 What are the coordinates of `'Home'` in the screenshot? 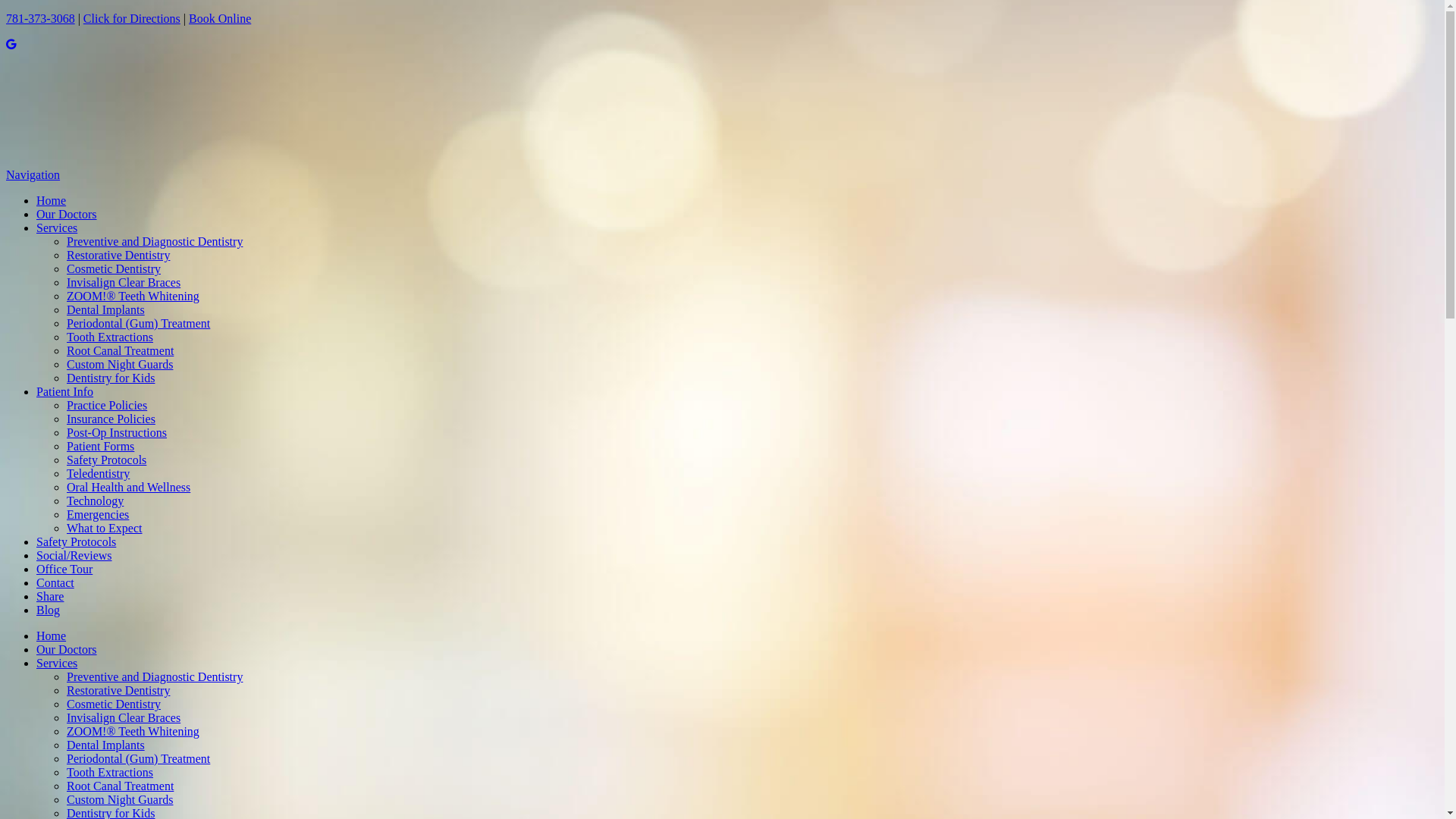 It's located at (51, 199).